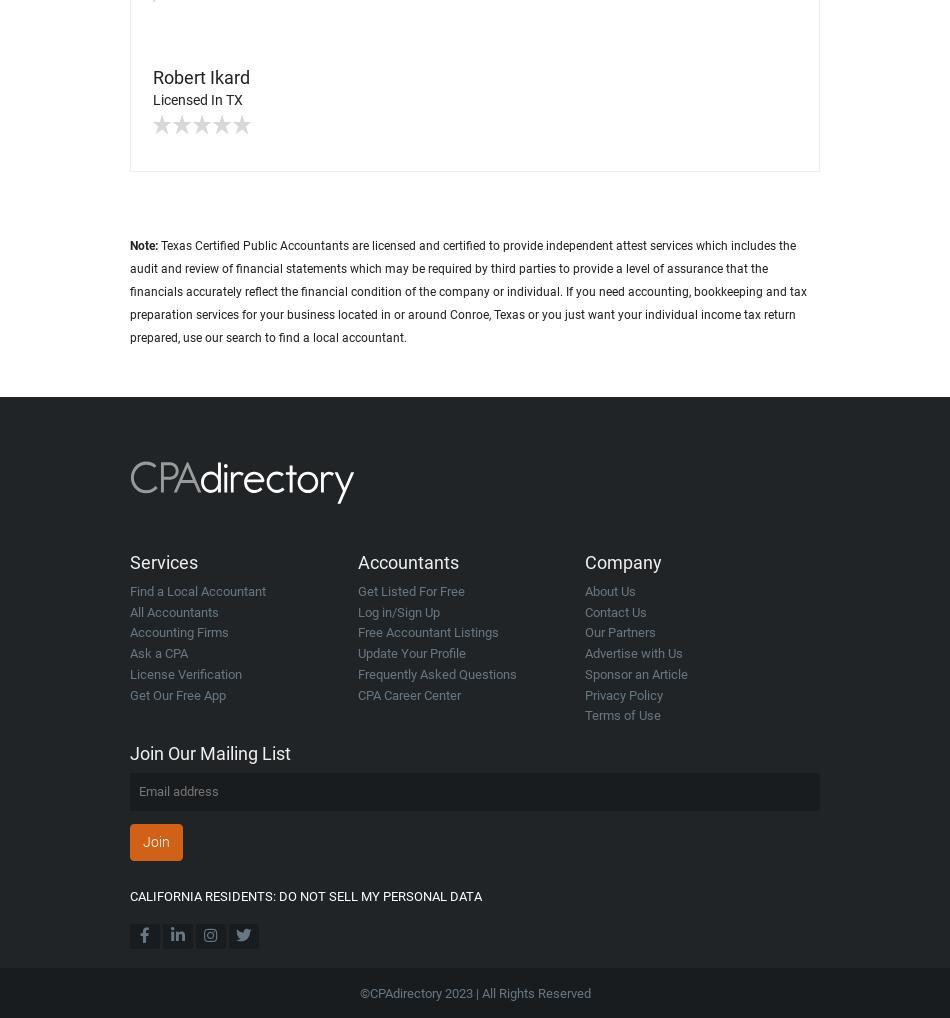  Describe the element at coordinates (516, 993) in the screenshot. I see `'2023 | All Rights Reserved'` at that location.